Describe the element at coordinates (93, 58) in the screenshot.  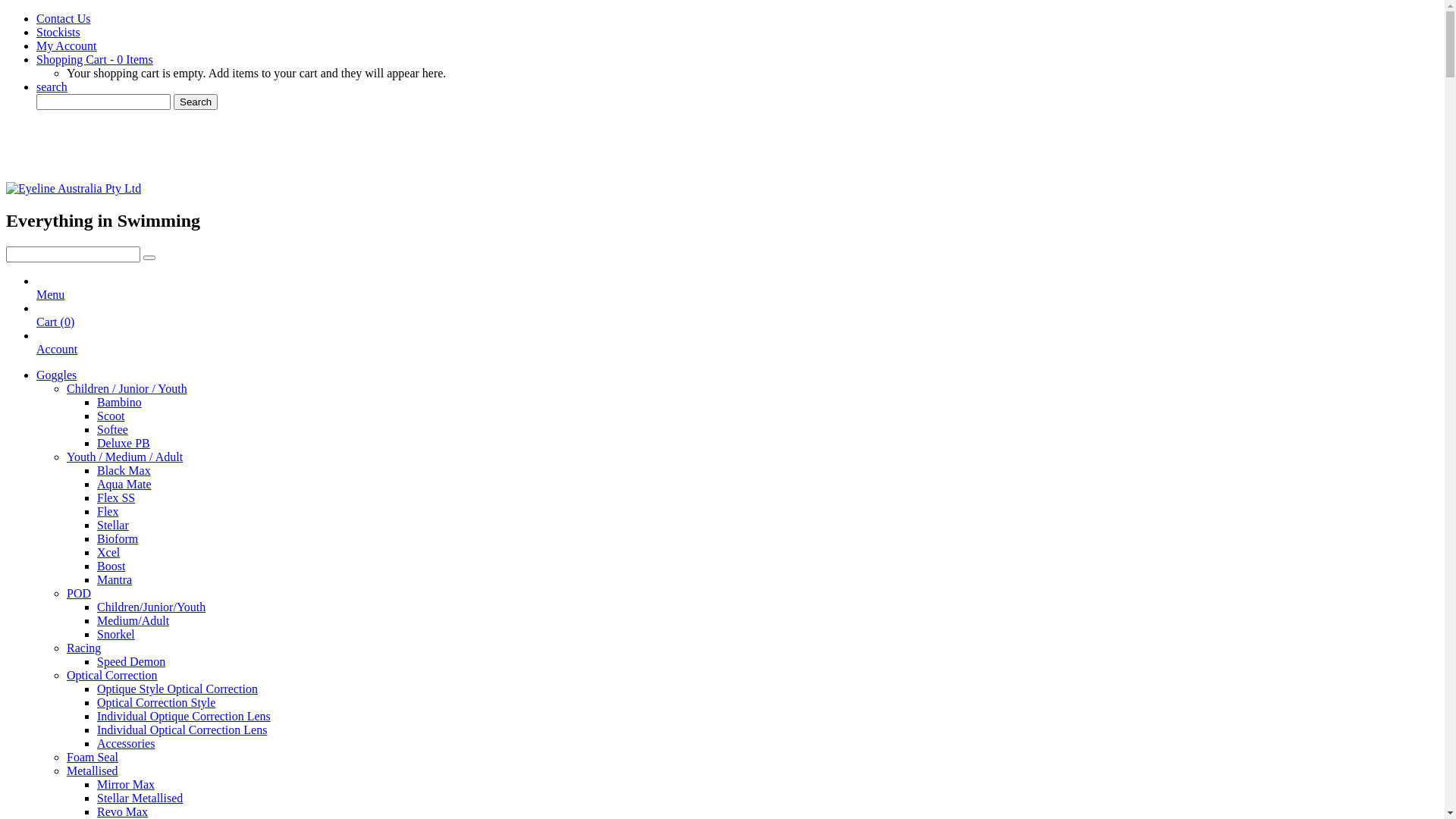
I see `'Shopping Cart - 0 Items'` at that location.